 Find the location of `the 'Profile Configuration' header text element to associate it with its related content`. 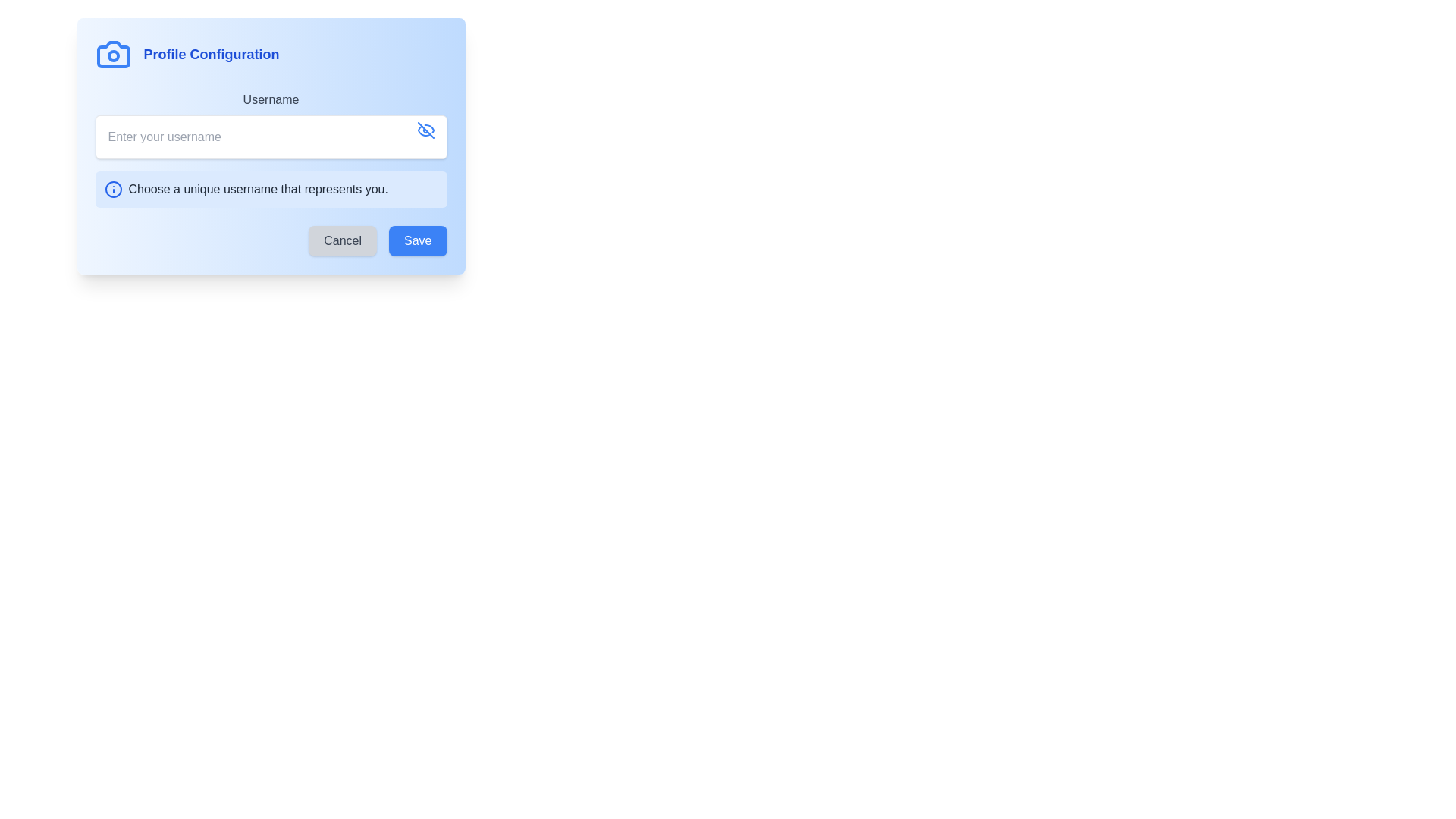

the 'Profile Configuration' header text element to associate it with its related content is located at coordinates (210, 54).